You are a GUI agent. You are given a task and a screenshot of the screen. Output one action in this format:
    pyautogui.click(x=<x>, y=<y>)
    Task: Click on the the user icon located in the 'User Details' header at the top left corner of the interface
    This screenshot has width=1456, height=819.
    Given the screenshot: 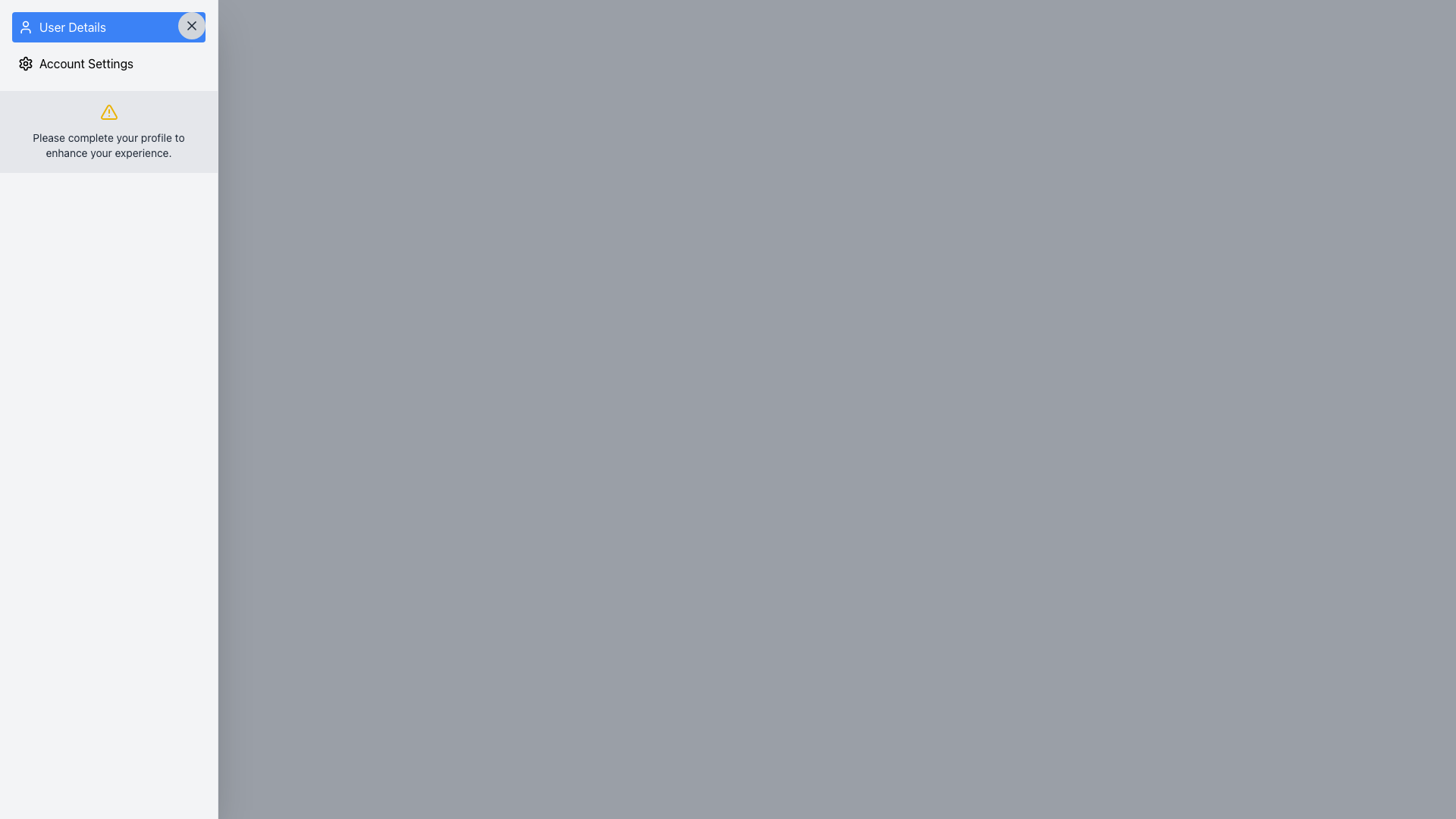 What is the action you would take?
    pyautogui.click(x=25, y=27)
    